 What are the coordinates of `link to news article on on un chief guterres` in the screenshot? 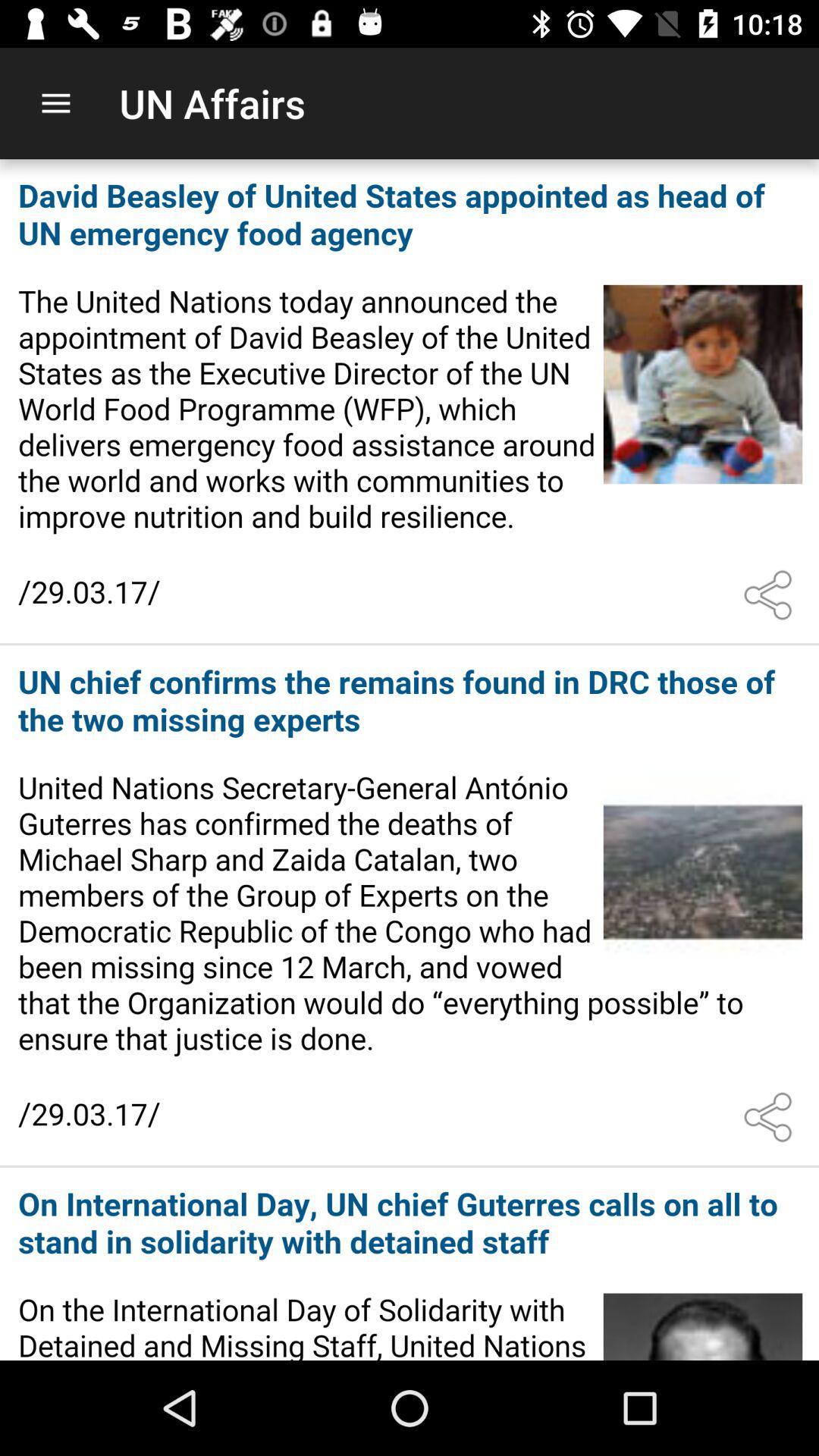 It's located at (409, 1265).